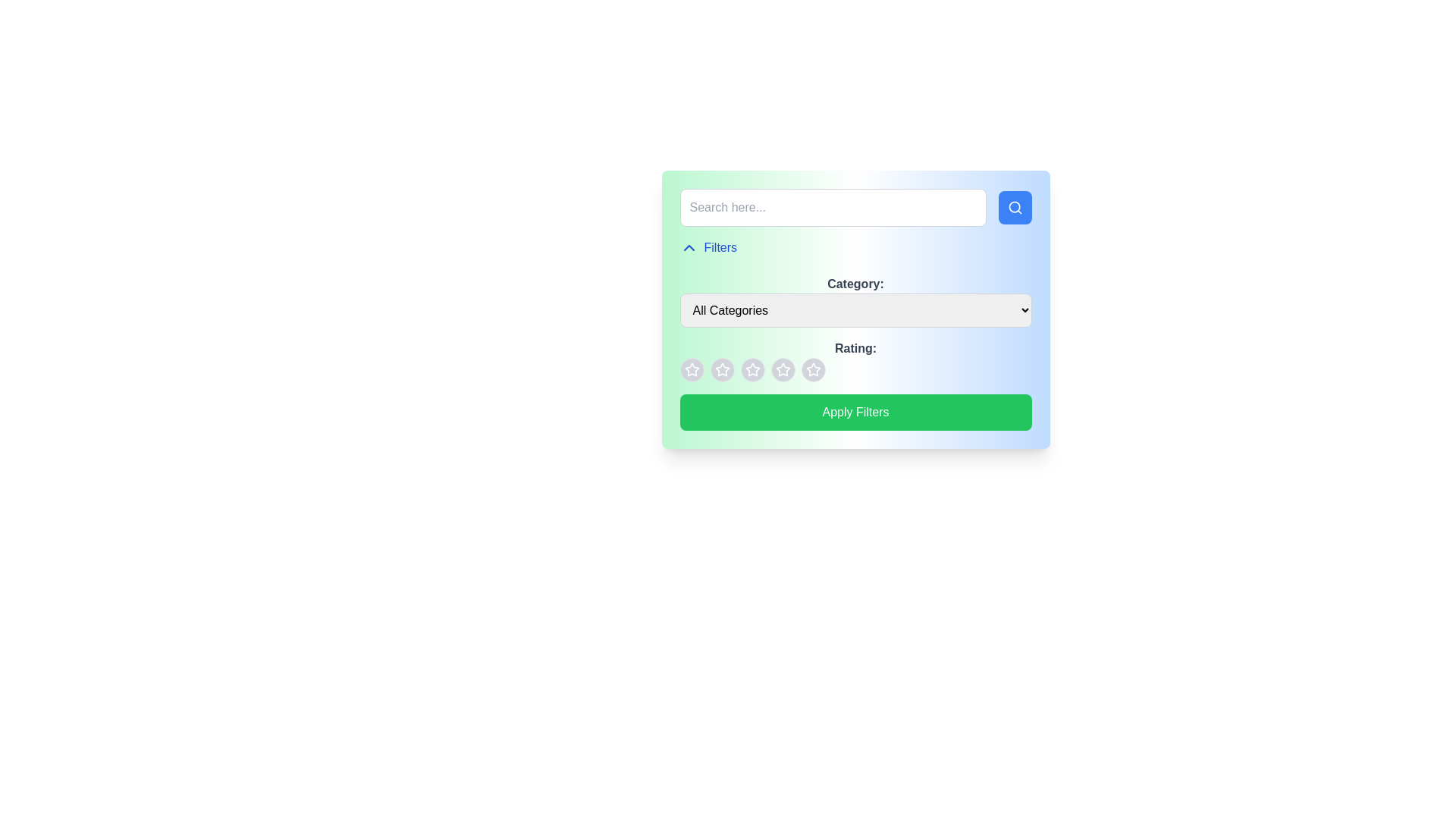  Describe the element at coordinates (812, 370) in the screenshot. I see `the fifth star icon in the star rating system` at that location.